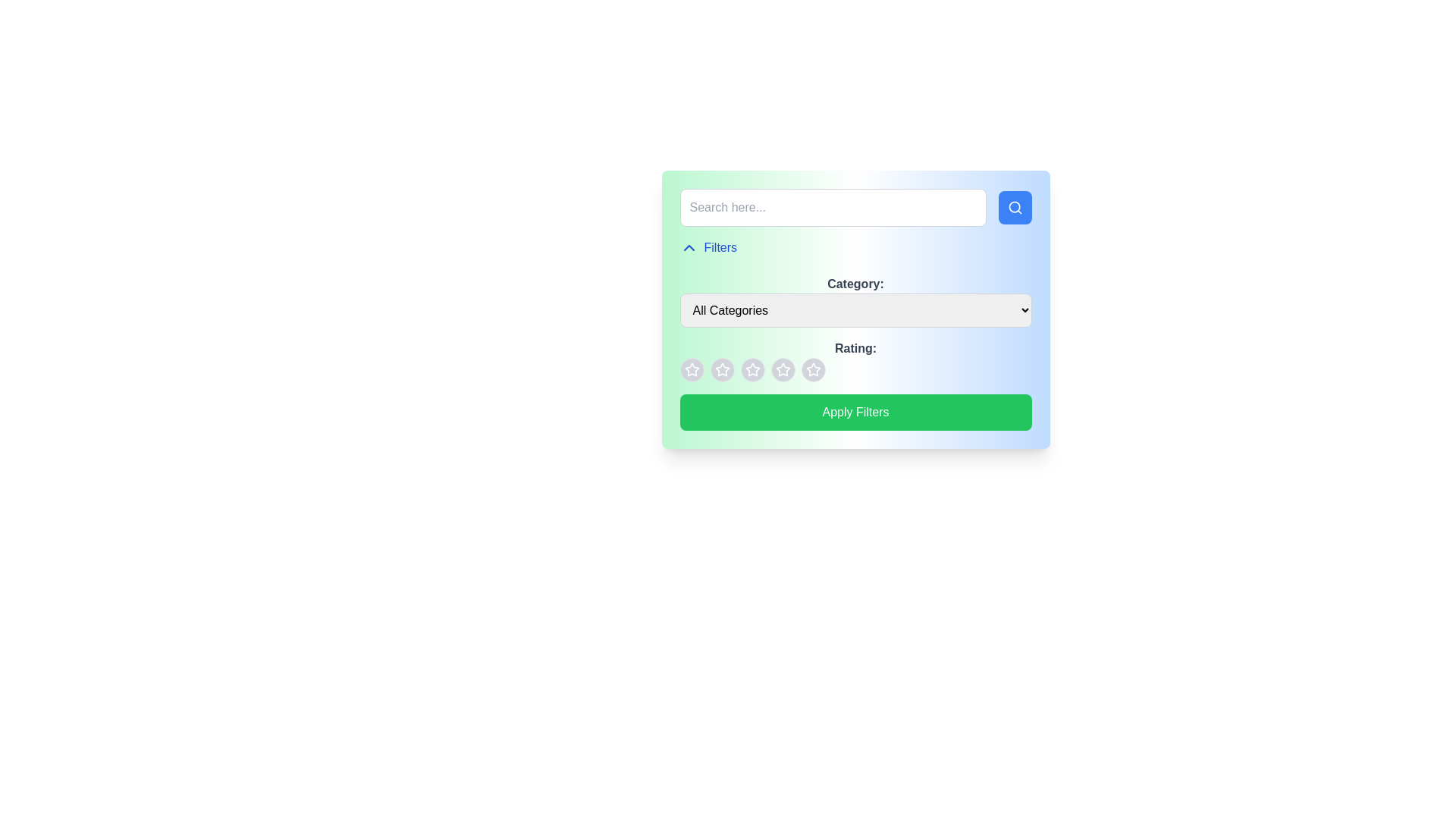  Describe the element at coordinates (812, 370) in the screenshot. I see `the fifth star icon in the star rating system` at that location.